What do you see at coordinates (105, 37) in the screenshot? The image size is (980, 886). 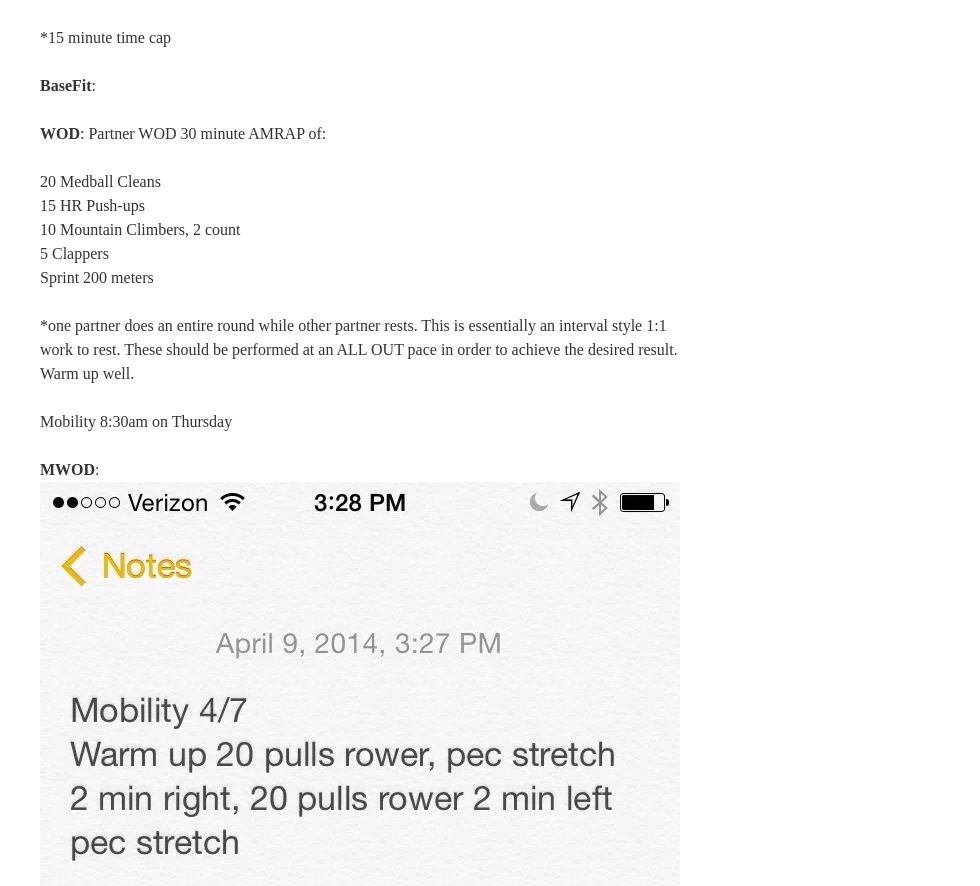 I see `'*15 minute time cap'` at bounding box center [105, 37].